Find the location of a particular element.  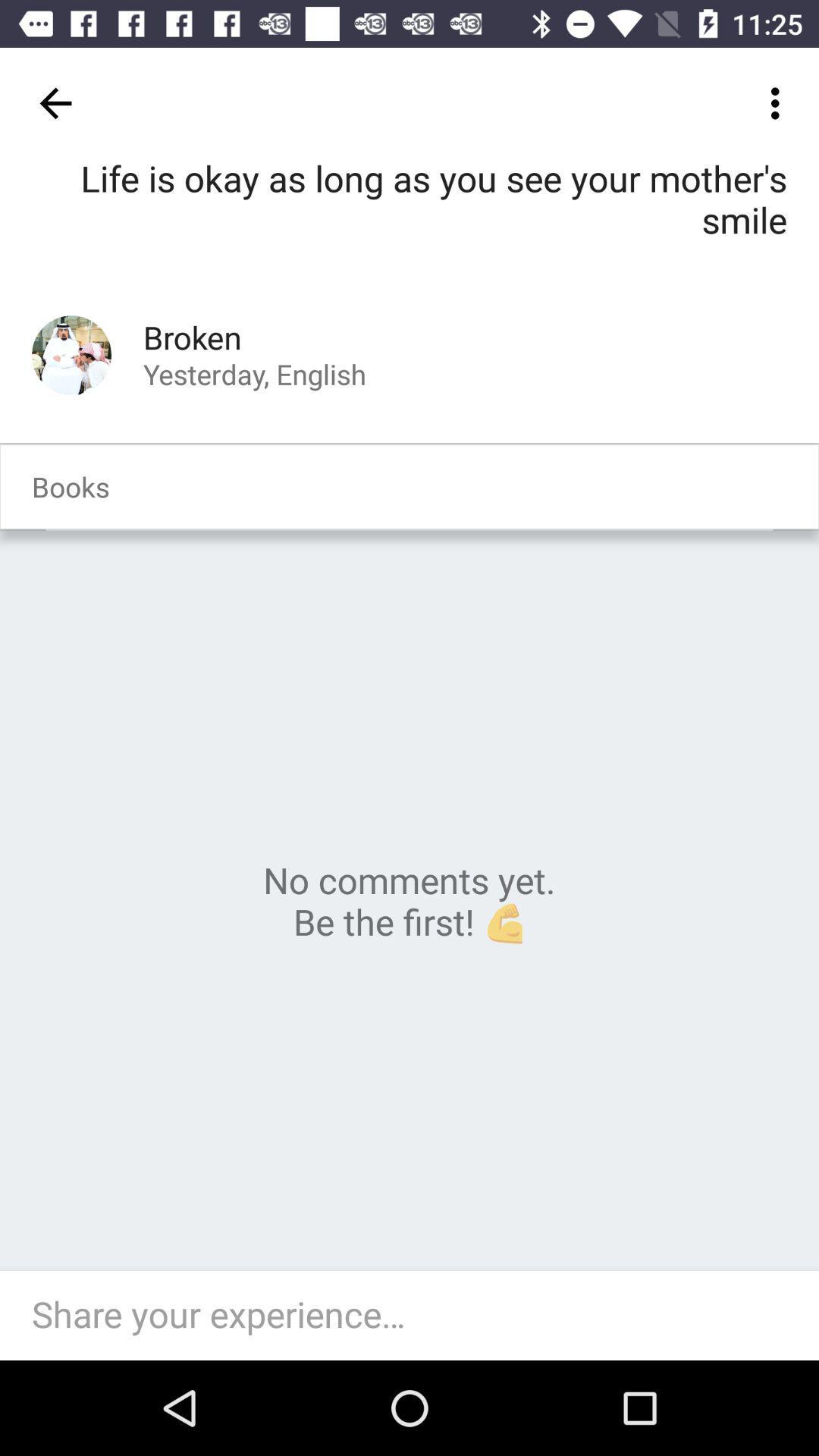

icon below the no comments yet icon is located at coordinates (417, 1315).